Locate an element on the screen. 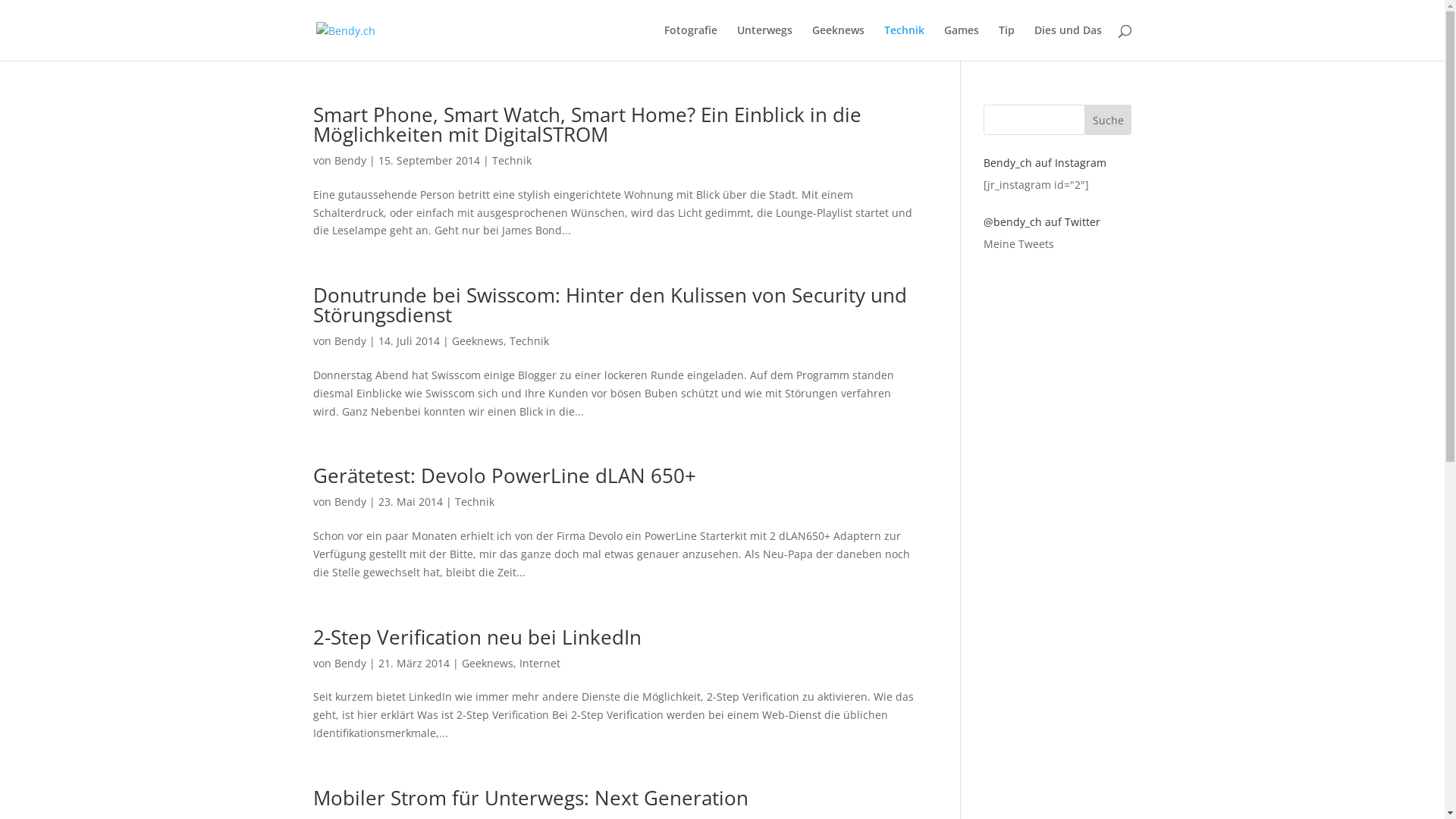 This screenshot has width=1456, height=819. 'Bendy' is located at coordinates (348, 160).